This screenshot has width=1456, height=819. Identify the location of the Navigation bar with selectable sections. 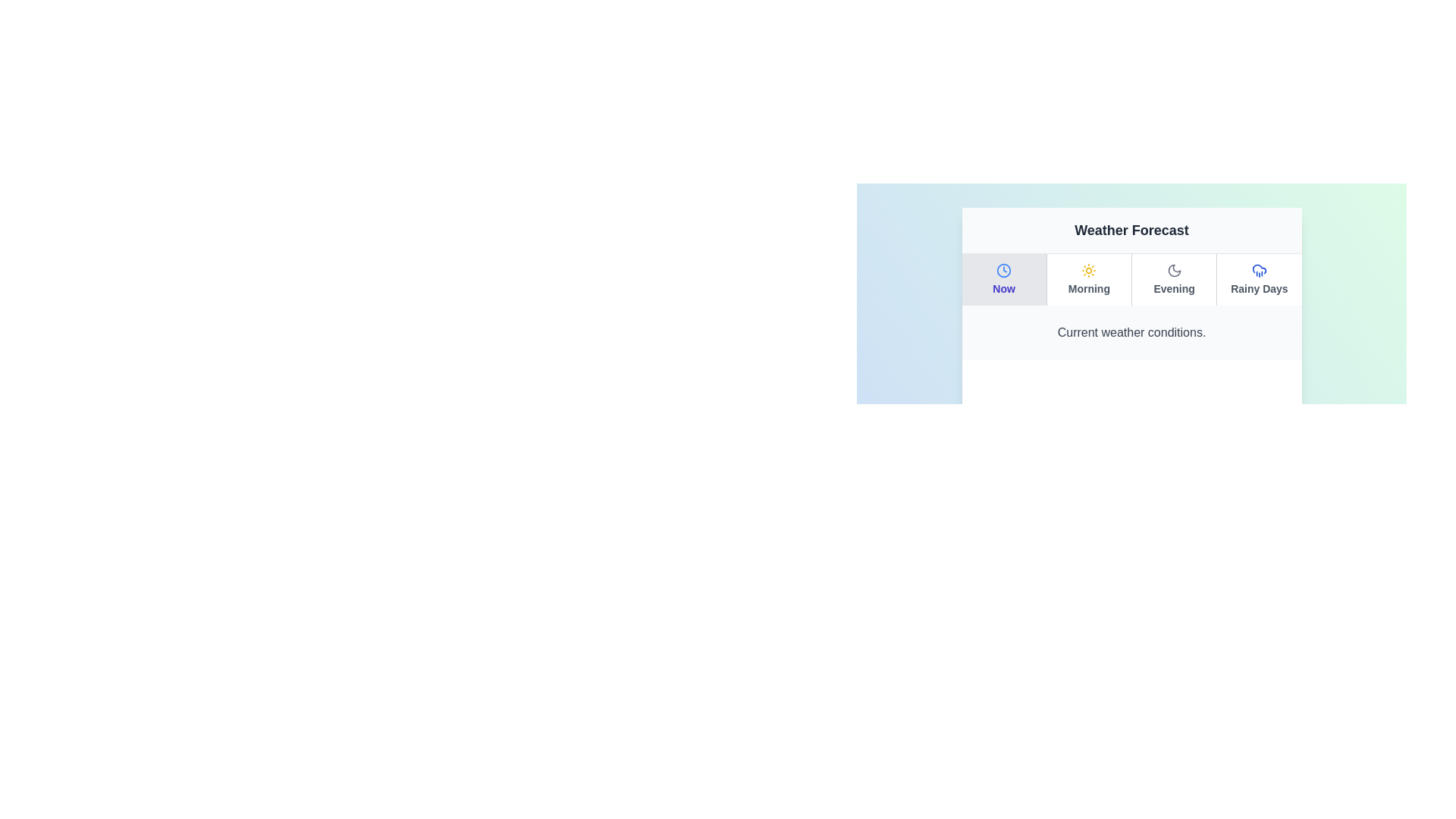
(1131, 280).